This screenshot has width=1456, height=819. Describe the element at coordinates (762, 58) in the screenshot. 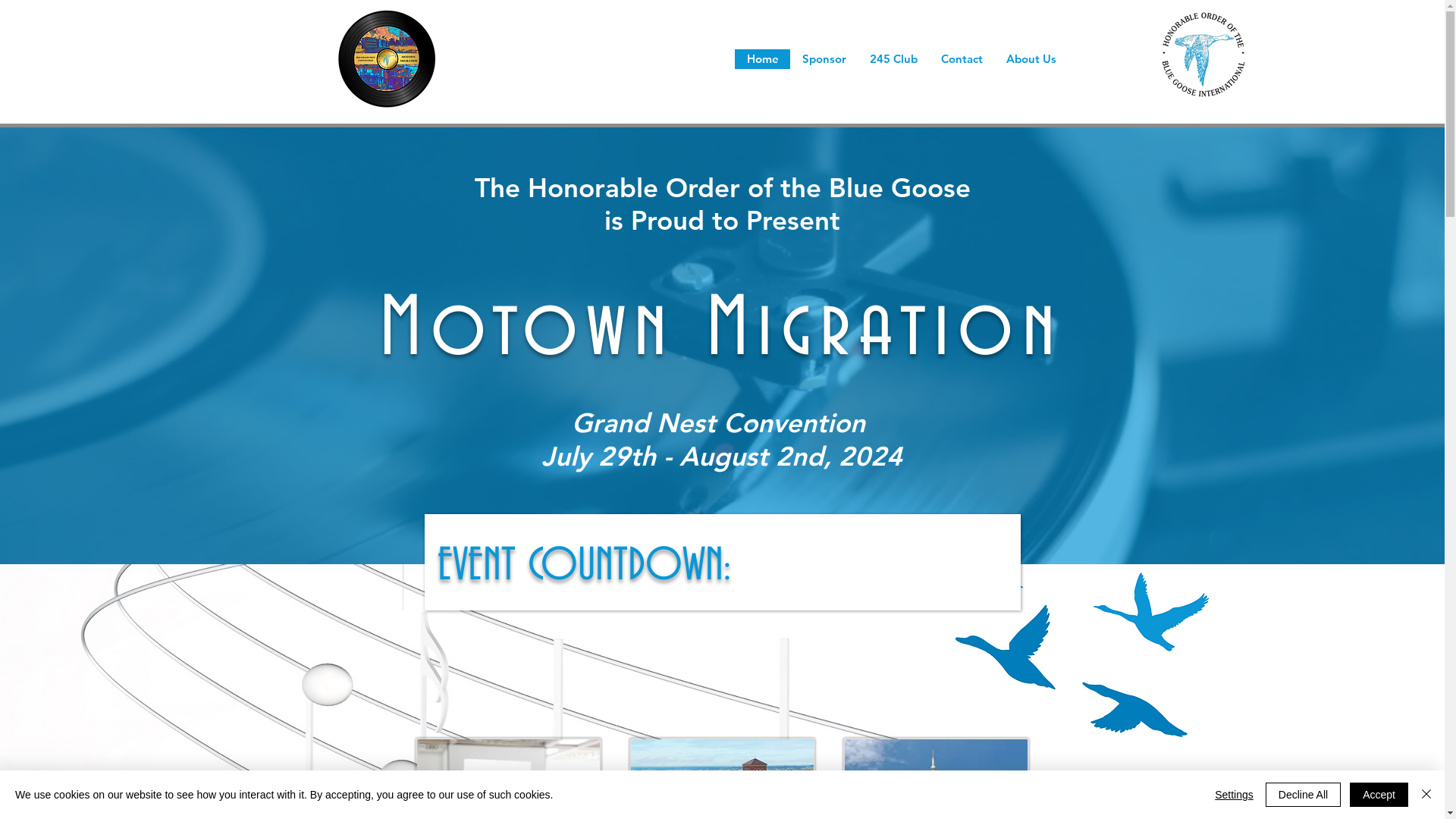

I see `'Home'` at that location.